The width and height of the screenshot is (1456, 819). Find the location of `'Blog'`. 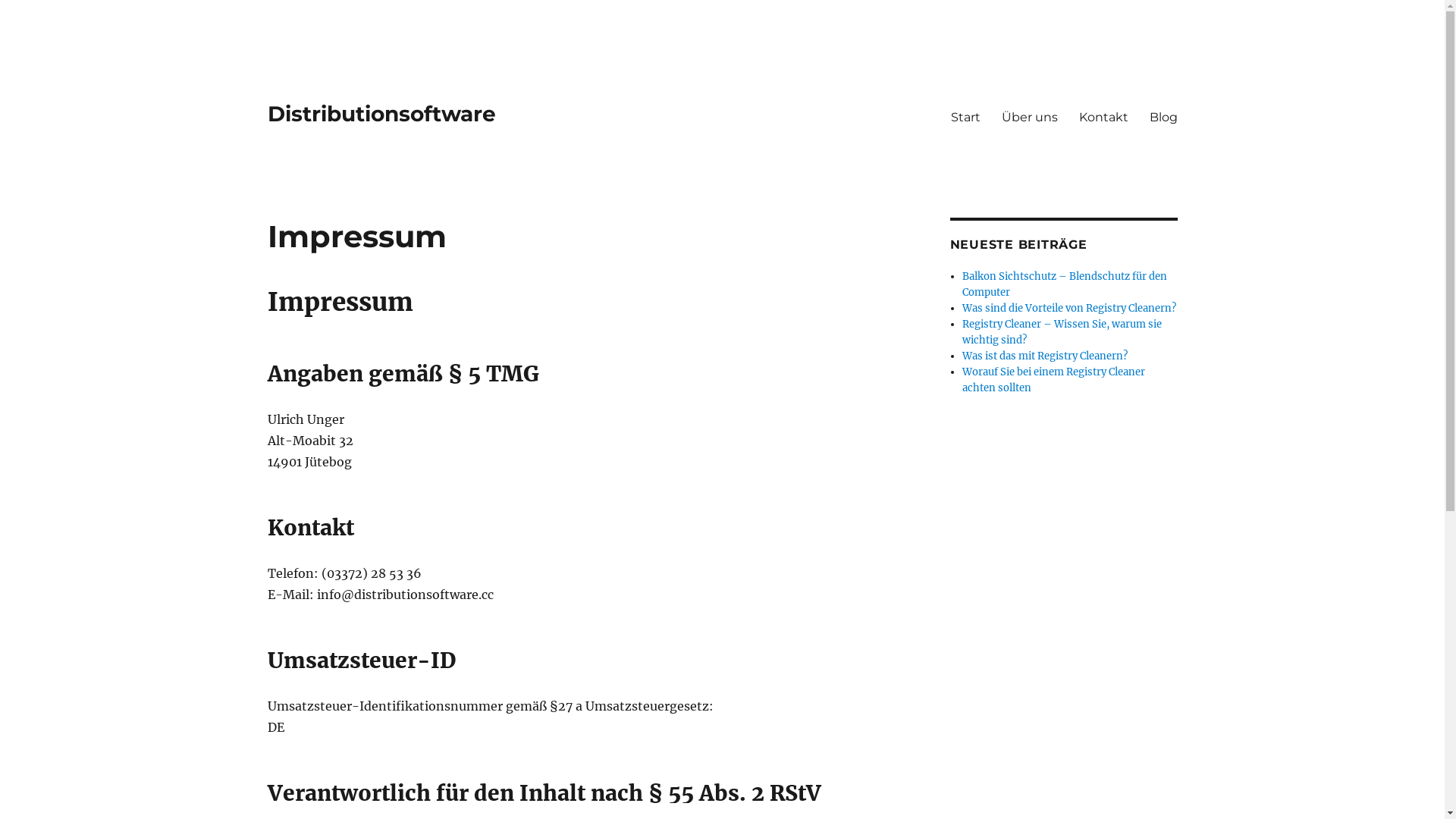

'Blog' is located at coordinates (1163, 116).